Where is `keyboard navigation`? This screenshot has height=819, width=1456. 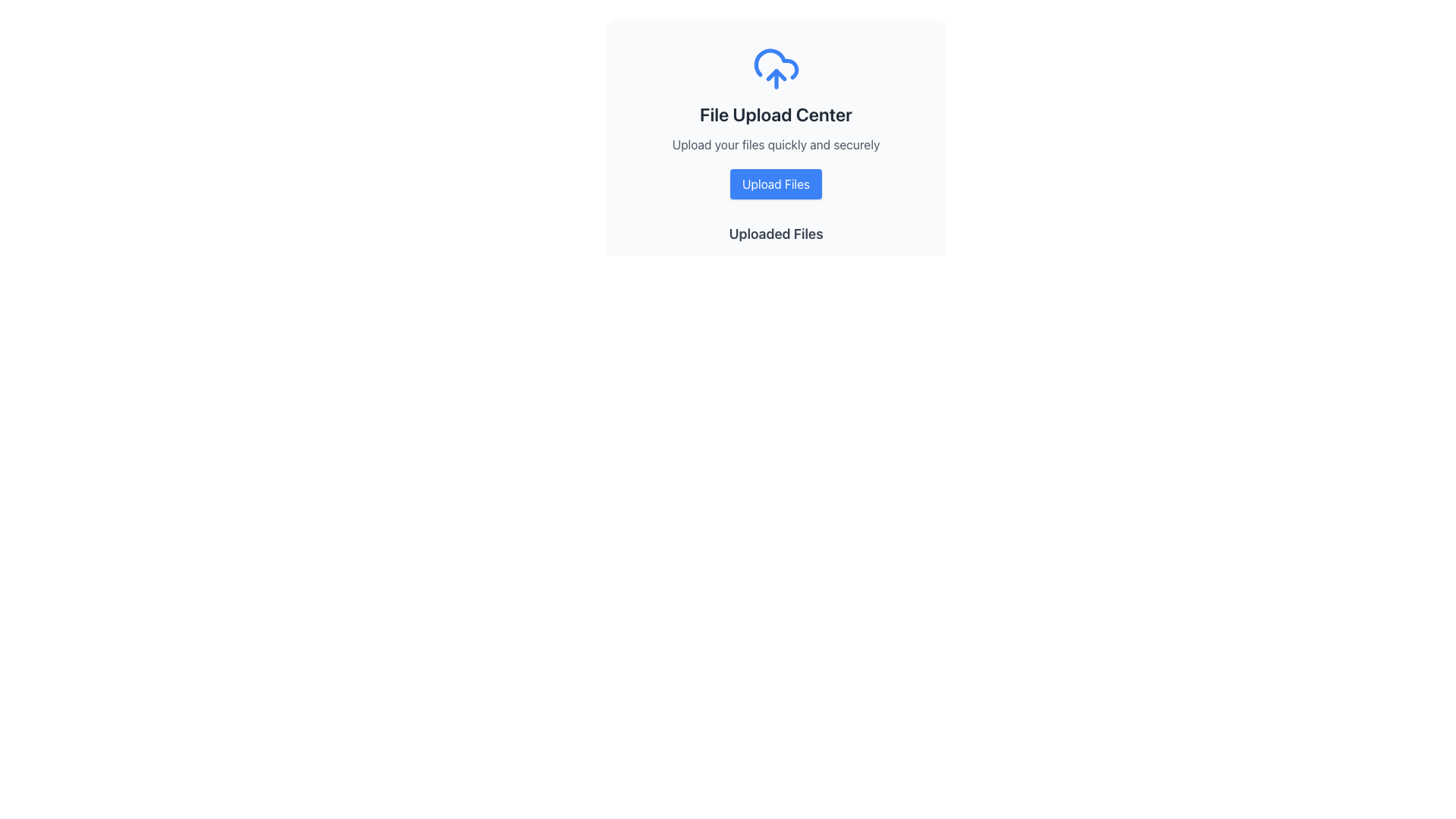 keyboard navigation is located at coordinates (776, 184).